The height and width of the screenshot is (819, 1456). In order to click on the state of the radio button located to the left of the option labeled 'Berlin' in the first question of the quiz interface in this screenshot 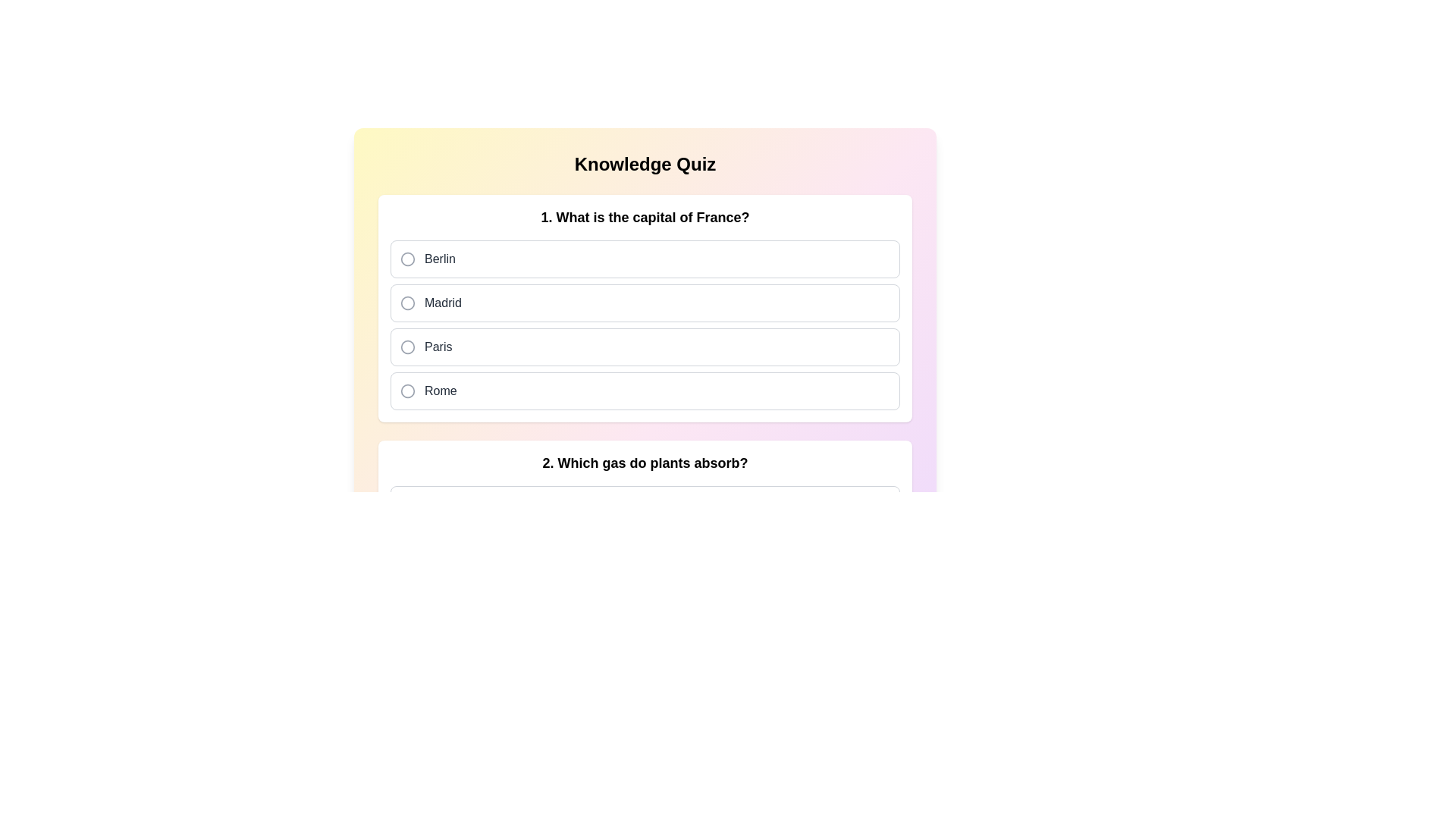, I will do `click(407, 259)`.